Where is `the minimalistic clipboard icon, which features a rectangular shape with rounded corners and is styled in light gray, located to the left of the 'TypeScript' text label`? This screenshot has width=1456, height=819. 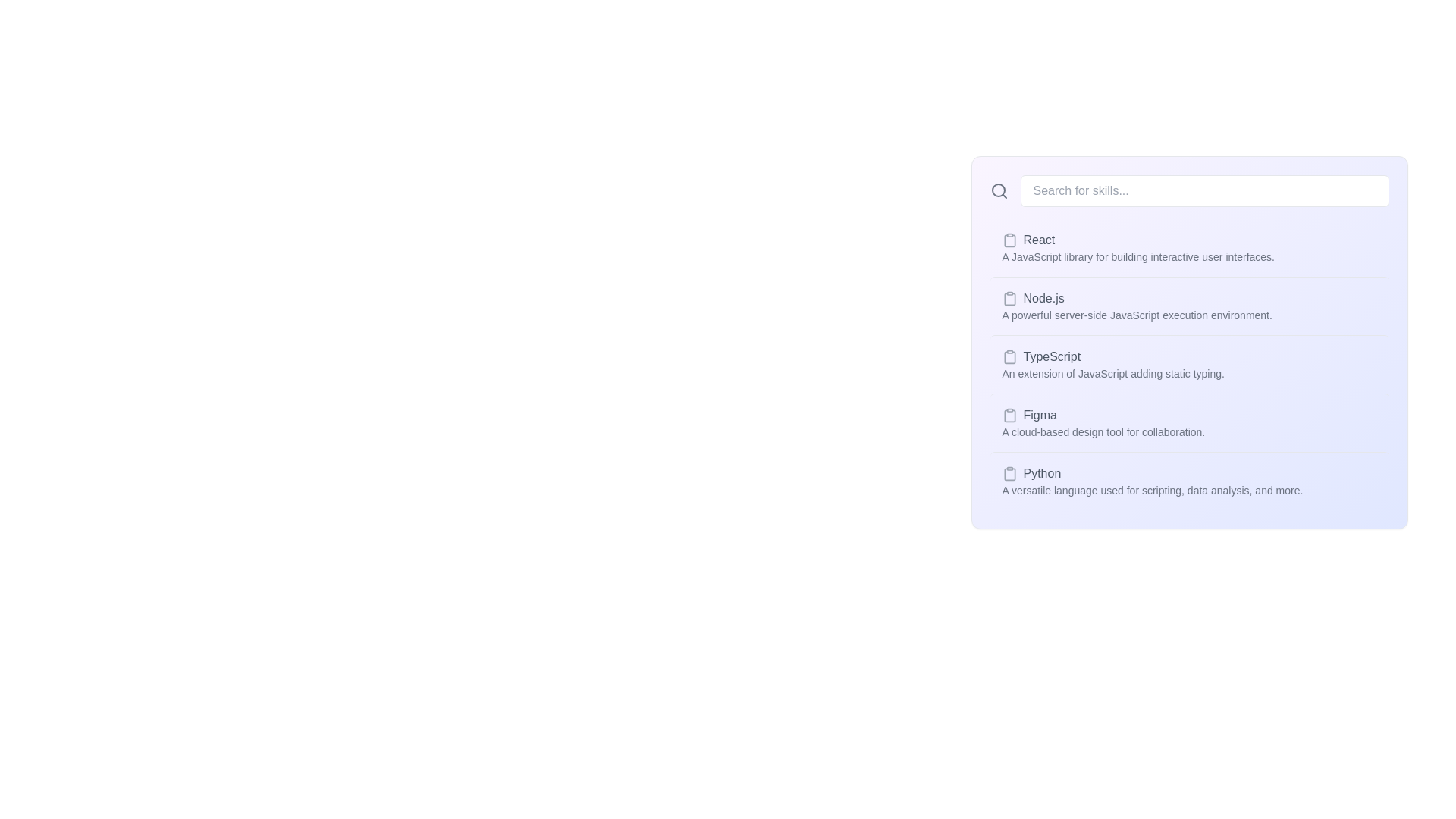
the minimalistic clipboard icon, which features a rectangular shape with rounded corners and is styled in light gray, located to the left of the 'TypeScript' text label is located at coordinates (1009, 356).